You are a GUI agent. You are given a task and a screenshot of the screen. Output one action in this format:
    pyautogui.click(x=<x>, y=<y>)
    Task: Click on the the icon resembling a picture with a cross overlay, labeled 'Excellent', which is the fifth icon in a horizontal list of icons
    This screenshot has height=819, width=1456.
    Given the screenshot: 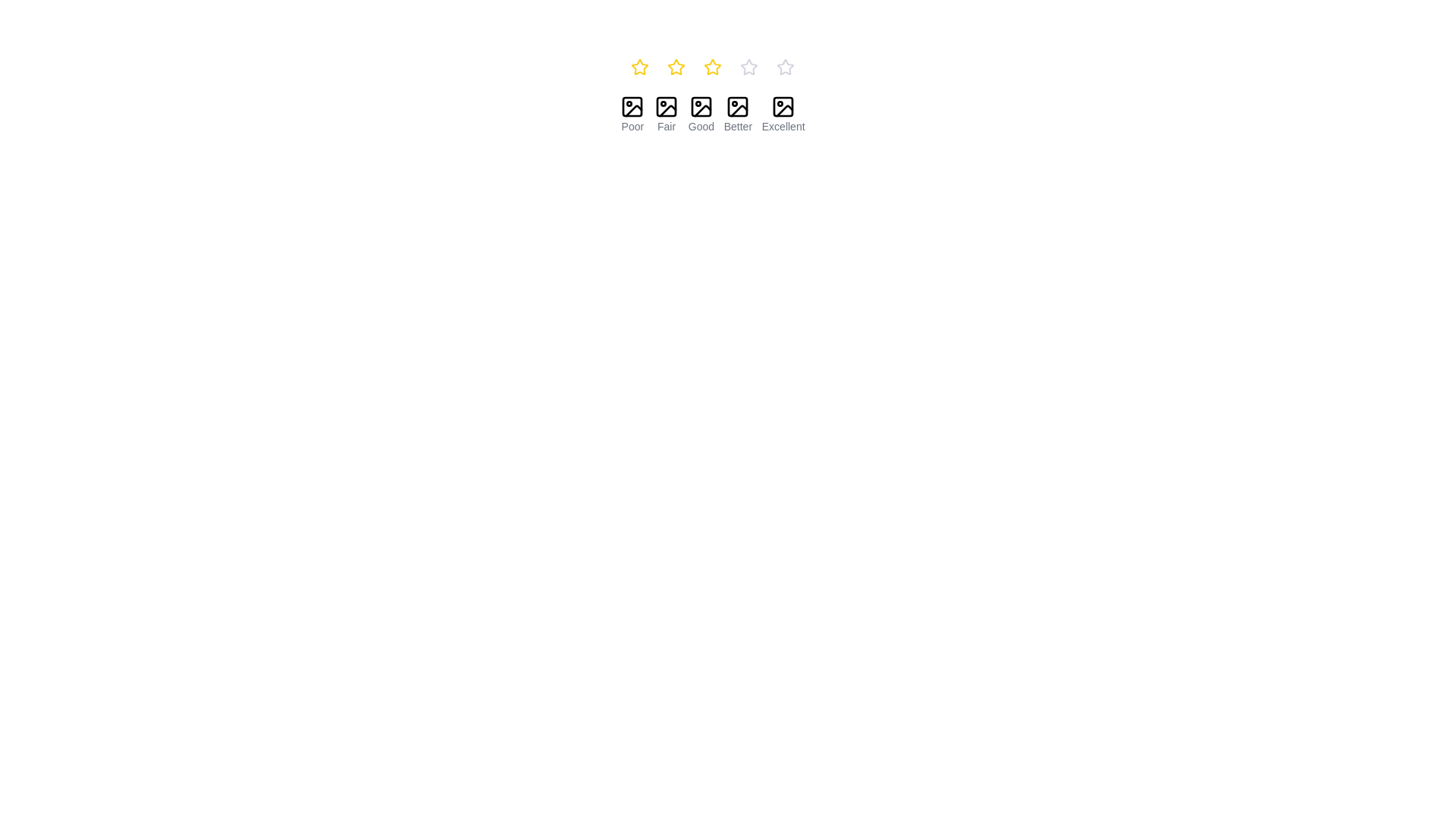 What is the action you would take?
    pyautogui.click(x=783, y=106)
    